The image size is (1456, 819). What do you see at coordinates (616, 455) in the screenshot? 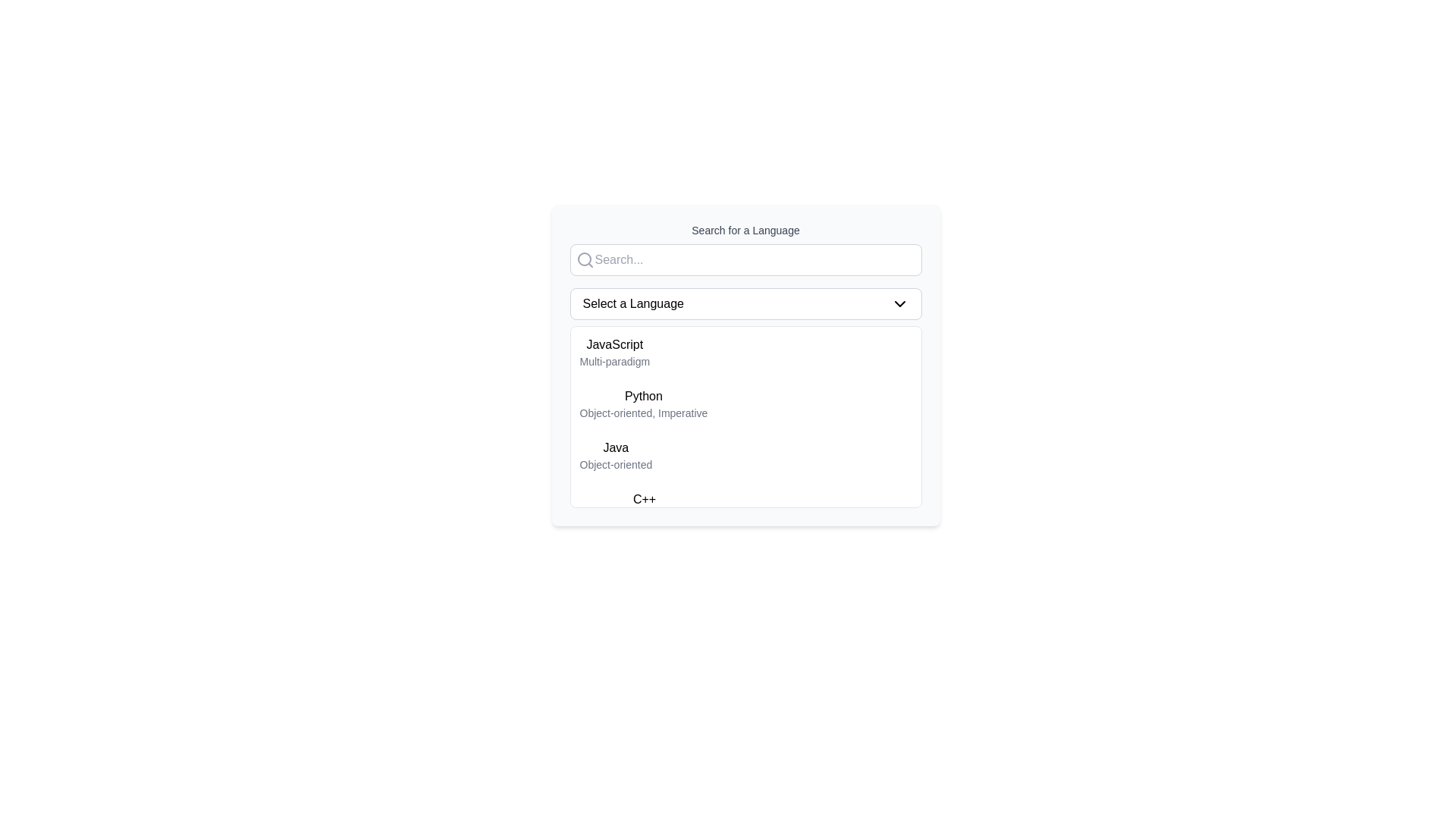
I see `the list item displaying 'Java' in a dropdown menu` at bounding box center [616, 455].